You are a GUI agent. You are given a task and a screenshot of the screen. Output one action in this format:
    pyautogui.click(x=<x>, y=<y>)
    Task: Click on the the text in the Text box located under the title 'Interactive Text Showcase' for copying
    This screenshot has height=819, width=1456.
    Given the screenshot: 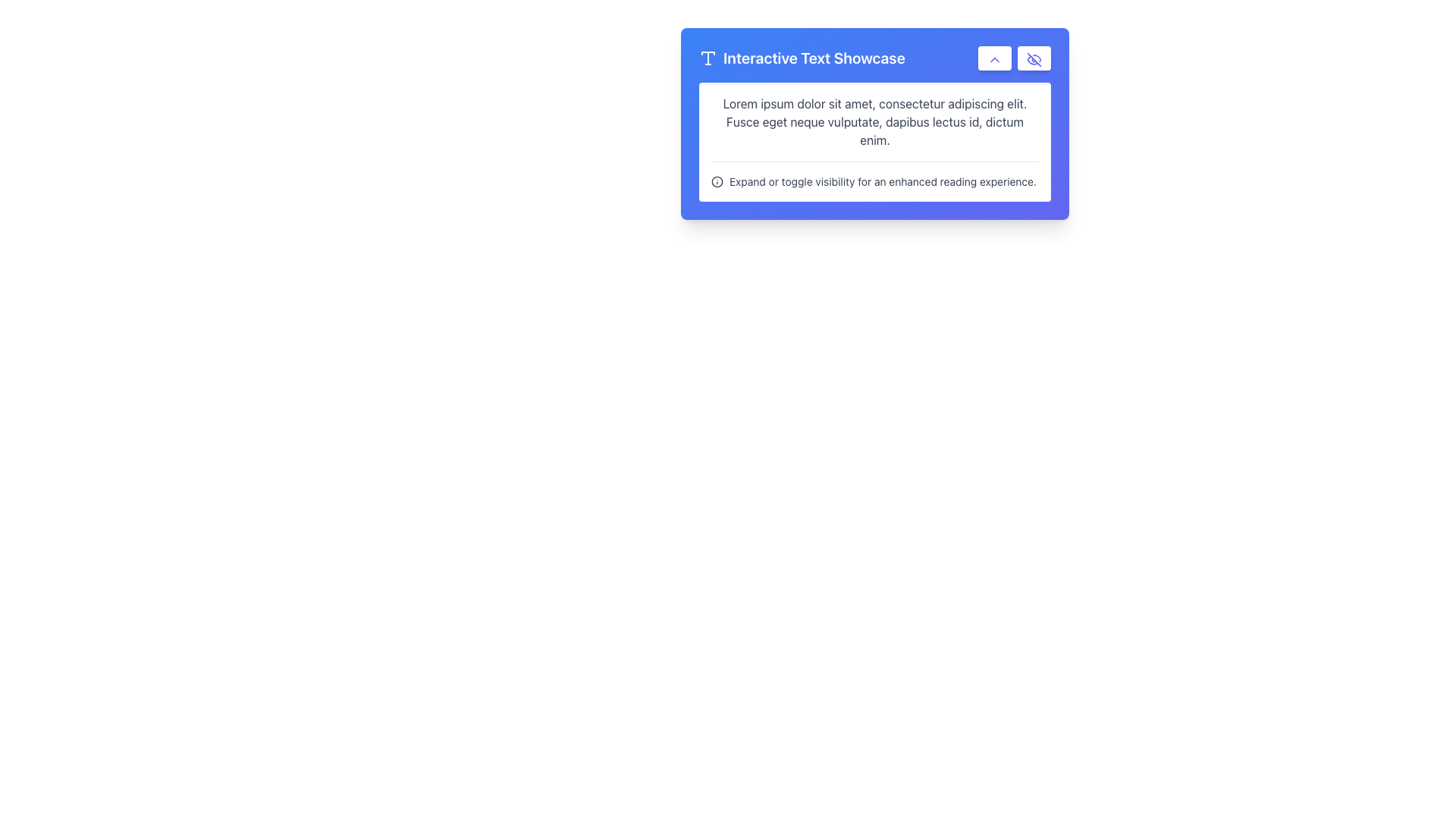 What is the action you would take?
    pyautogui.click(x=874, y=142)
    